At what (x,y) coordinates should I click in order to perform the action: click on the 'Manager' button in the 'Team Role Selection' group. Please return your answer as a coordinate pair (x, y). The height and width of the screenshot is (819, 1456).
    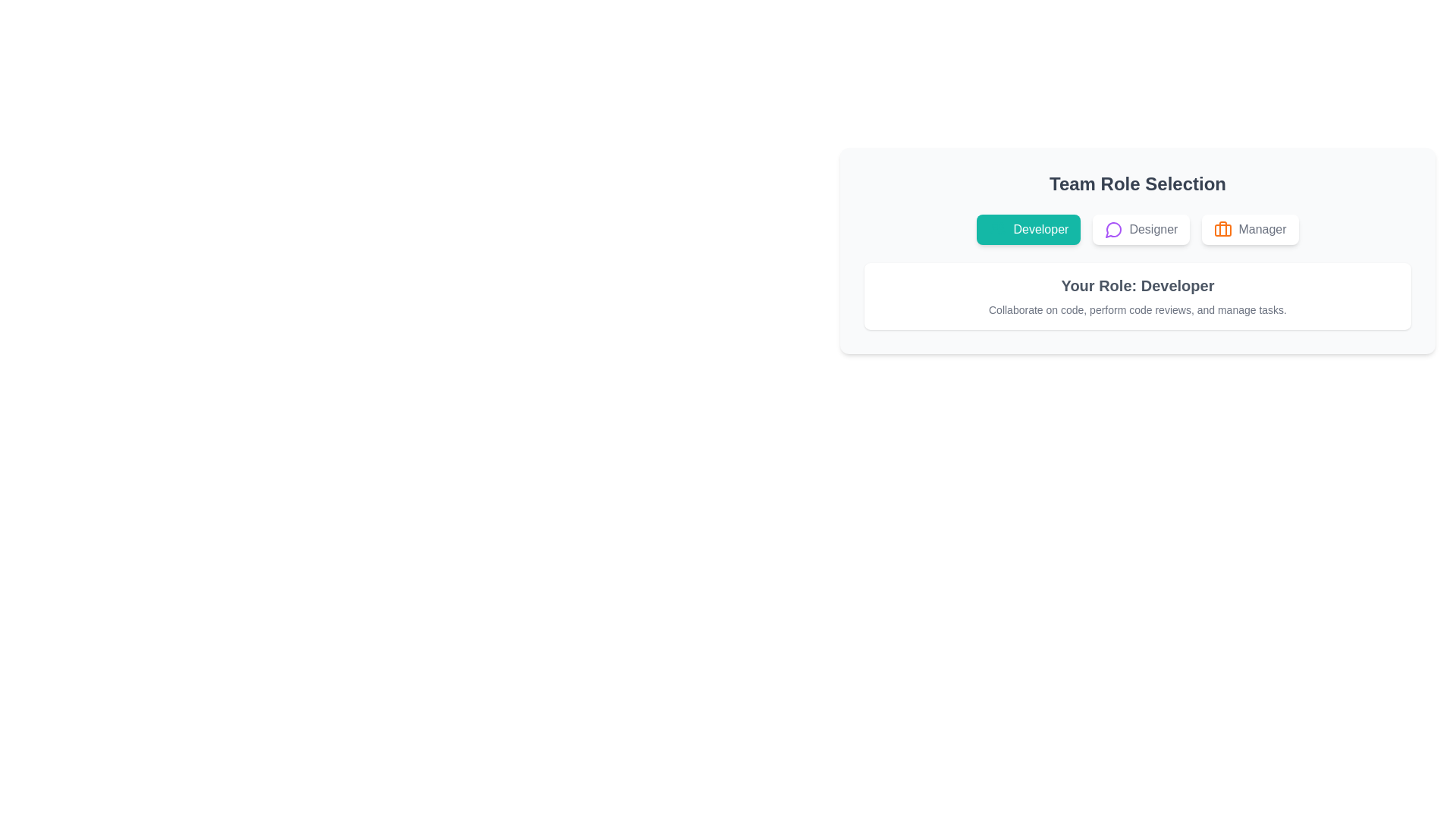
    Looking at the image, I should click on (1250, 230).